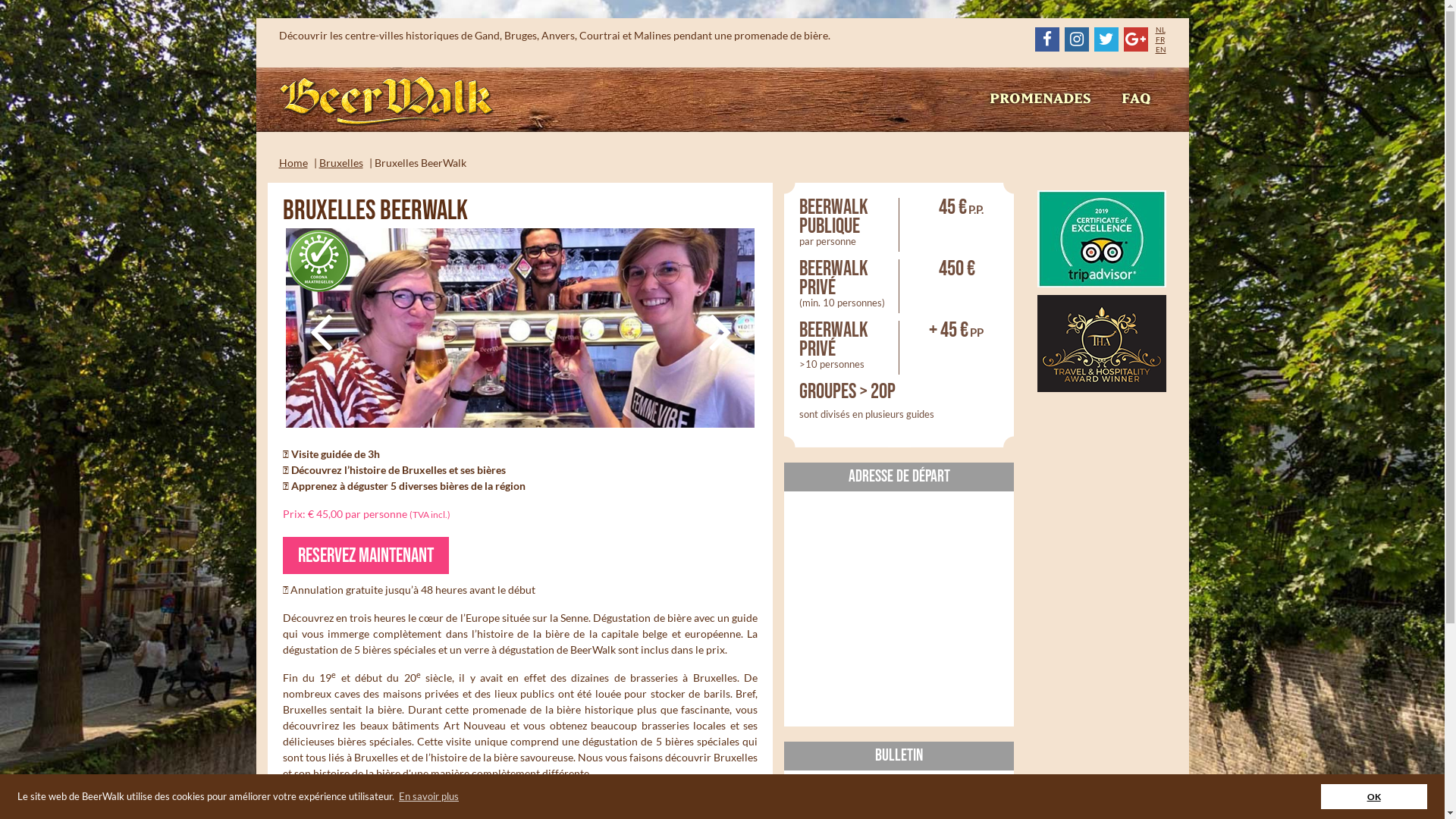  I want to click on 'BeerWalk Twitter', so click(1106, 38).